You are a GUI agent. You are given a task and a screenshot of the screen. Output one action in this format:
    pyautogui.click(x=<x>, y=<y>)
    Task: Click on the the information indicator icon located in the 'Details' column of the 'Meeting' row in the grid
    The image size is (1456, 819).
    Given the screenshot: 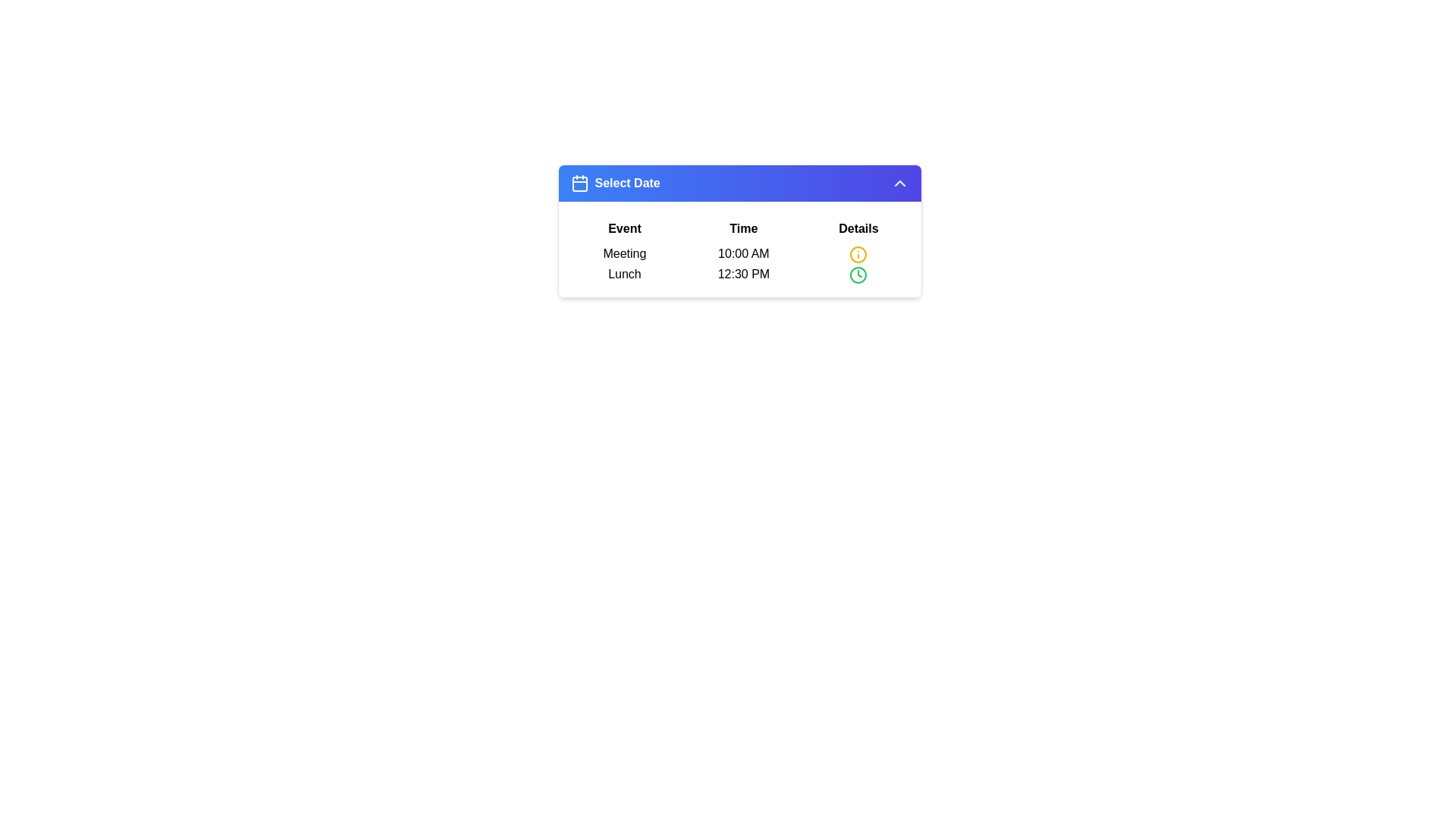 What is the action you would take?
    pyautogui.click(x=858, y=253)
    